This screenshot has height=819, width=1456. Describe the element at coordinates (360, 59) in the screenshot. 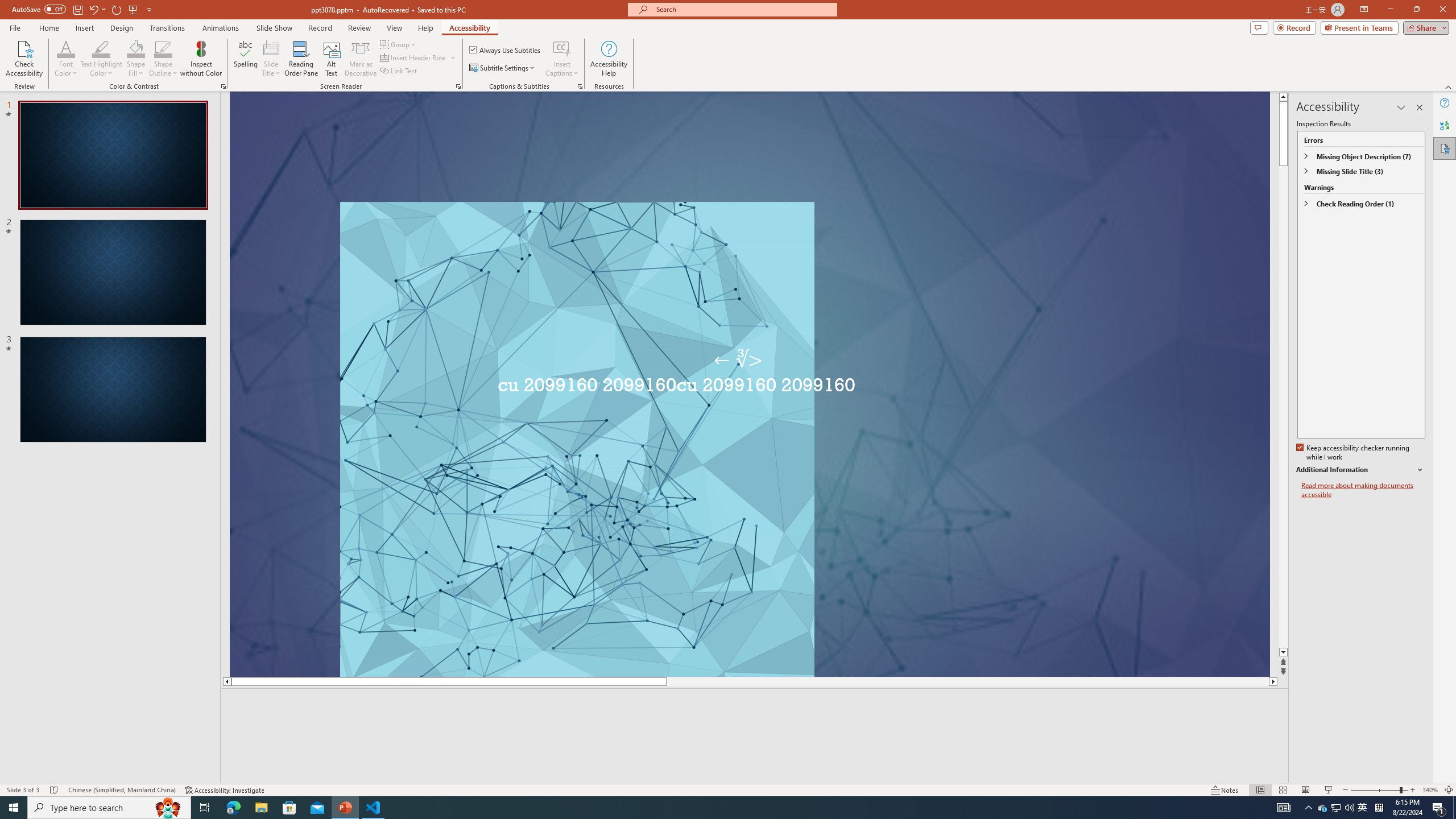

I see `'Mark as Decorative'` at that location.